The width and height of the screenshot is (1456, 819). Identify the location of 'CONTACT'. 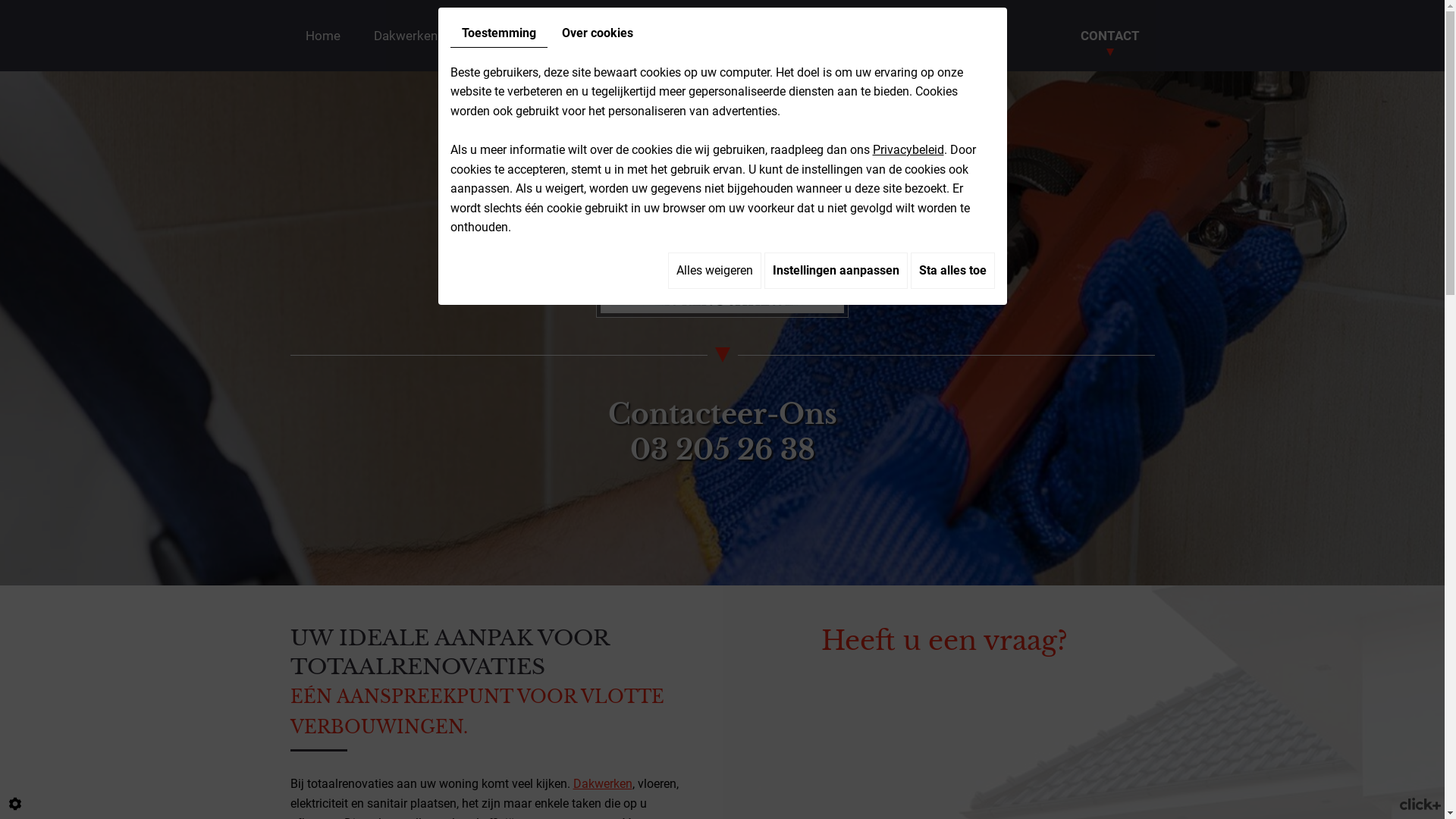
(1109, 34).